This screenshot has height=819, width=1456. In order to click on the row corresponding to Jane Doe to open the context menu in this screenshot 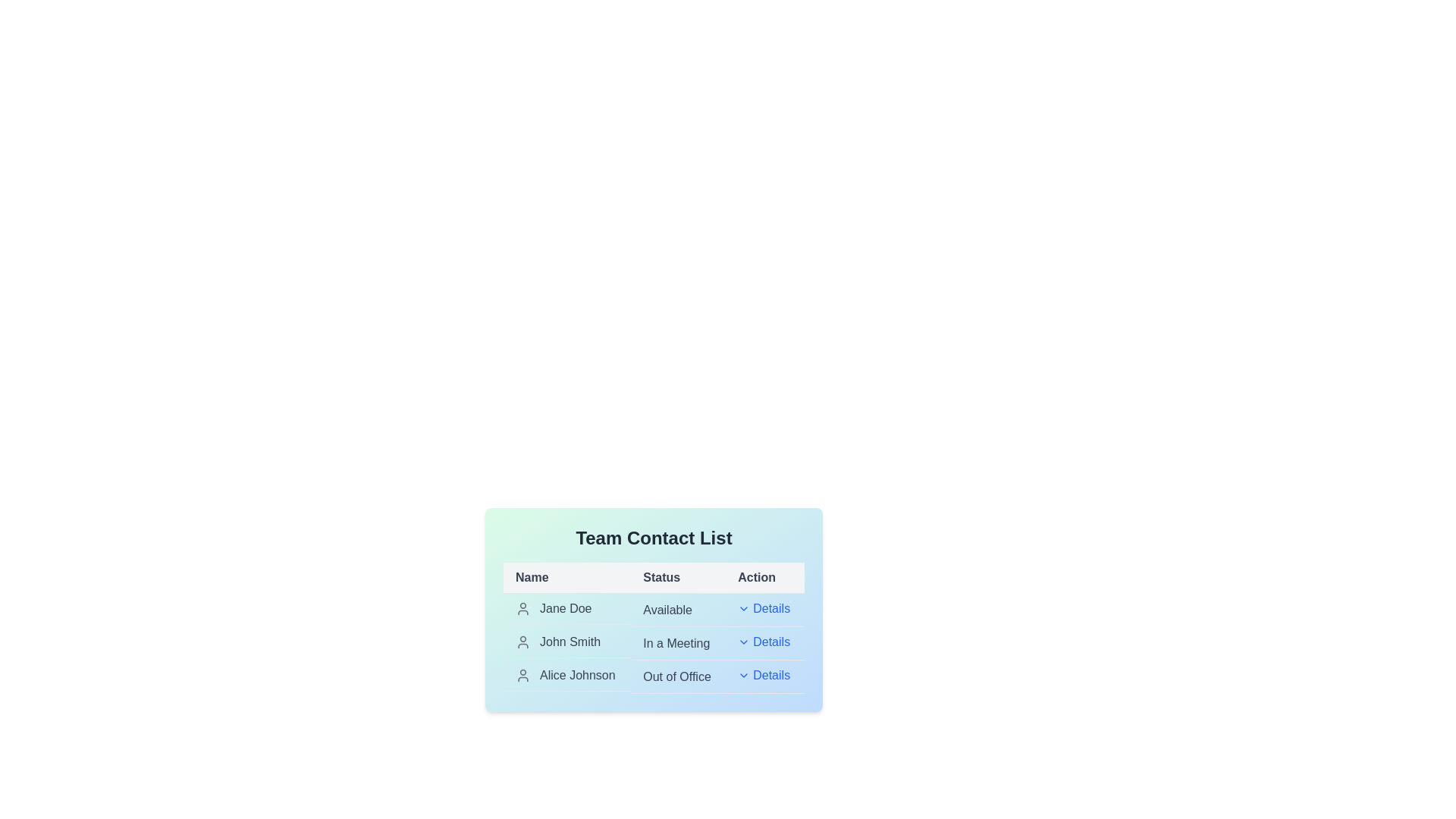, I will do `click(566, 608)`.